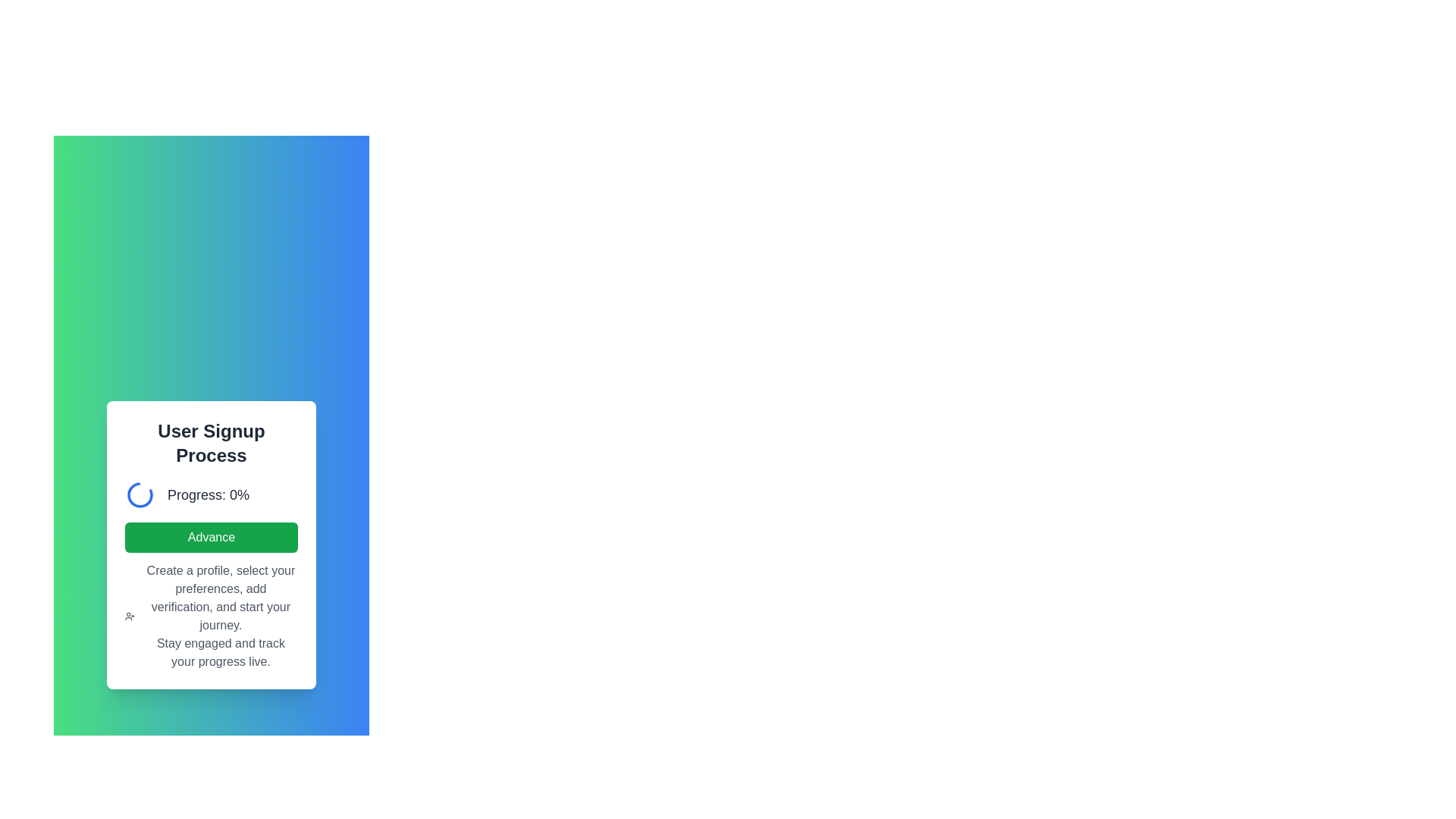 This screenshot has height=819, width=1456. What do you see at coordinates (220, 617) in the screenshot?
I see `instructional or informational text from the static text block located within the card-like module below the 'Advance' button and above the bottom edge of the card` at bounding box center [220, 617].